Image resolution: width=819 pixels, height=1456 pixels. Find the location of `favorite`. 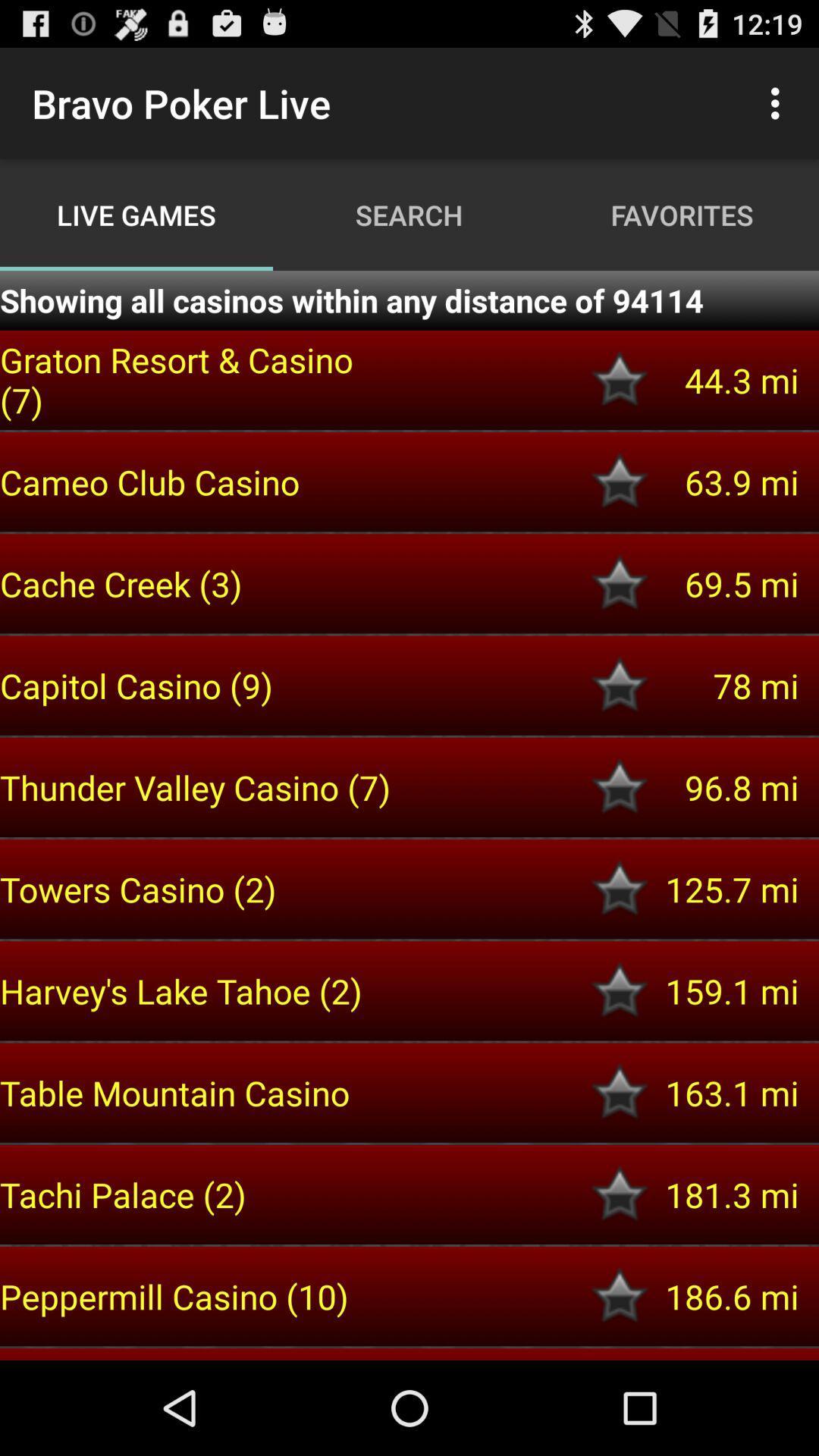

favorite is located at coordinates (620, 1295).